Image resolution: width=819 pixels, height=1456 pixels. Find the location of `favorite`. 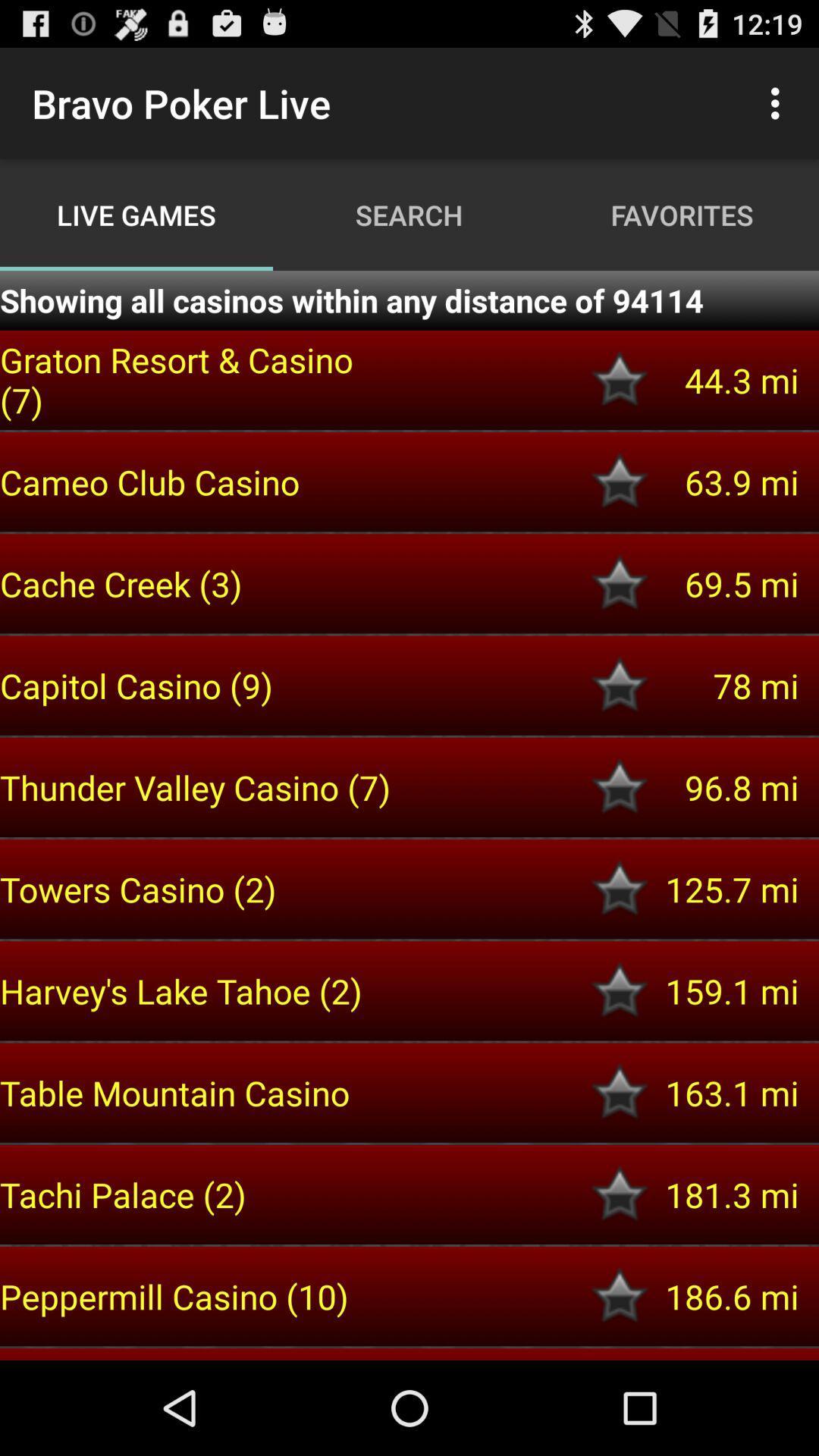

favorite is located at coordinates (620, 1295).